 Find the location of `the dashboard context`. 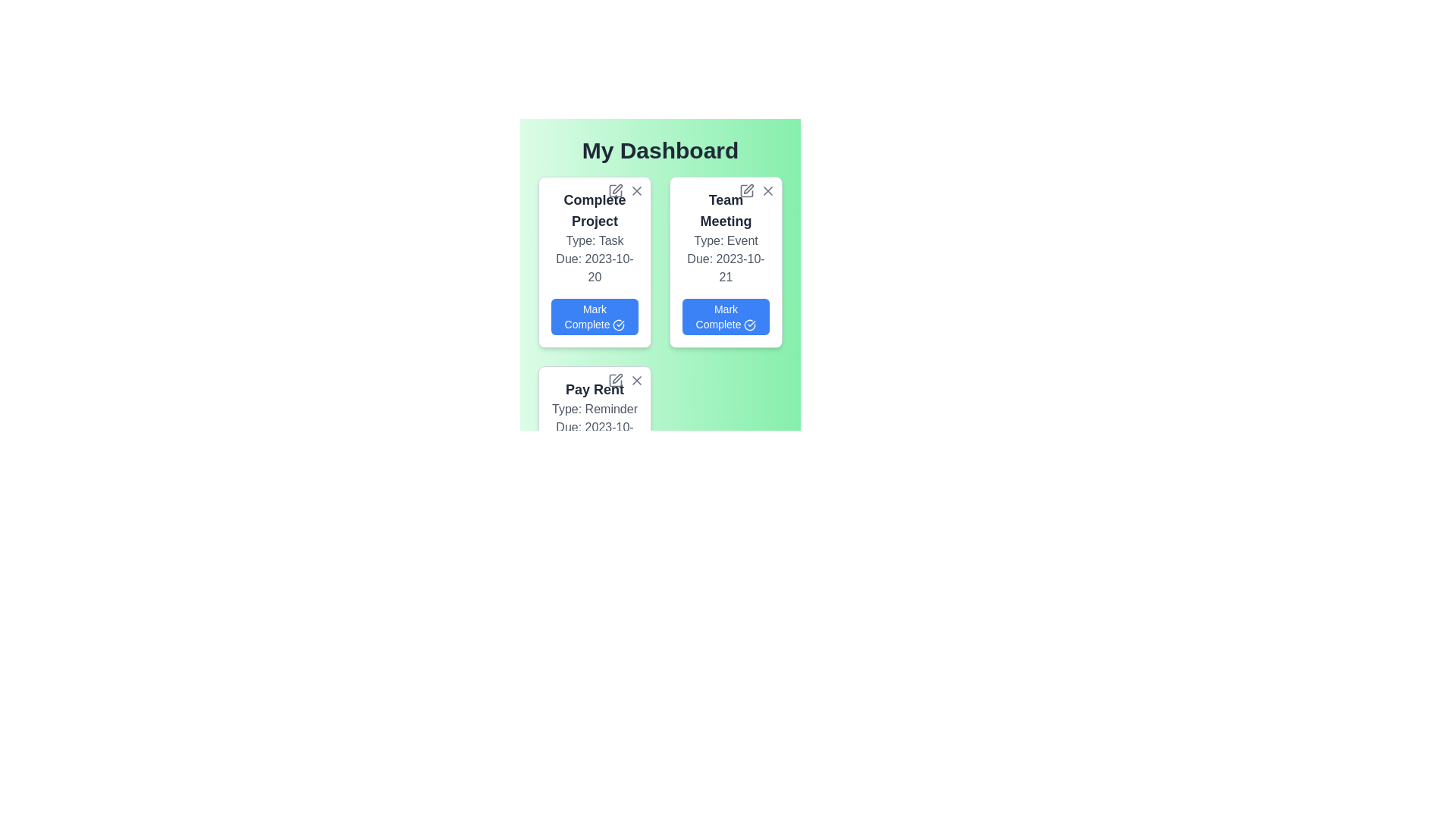

the dashboard context is located at coordinates (660, 151).